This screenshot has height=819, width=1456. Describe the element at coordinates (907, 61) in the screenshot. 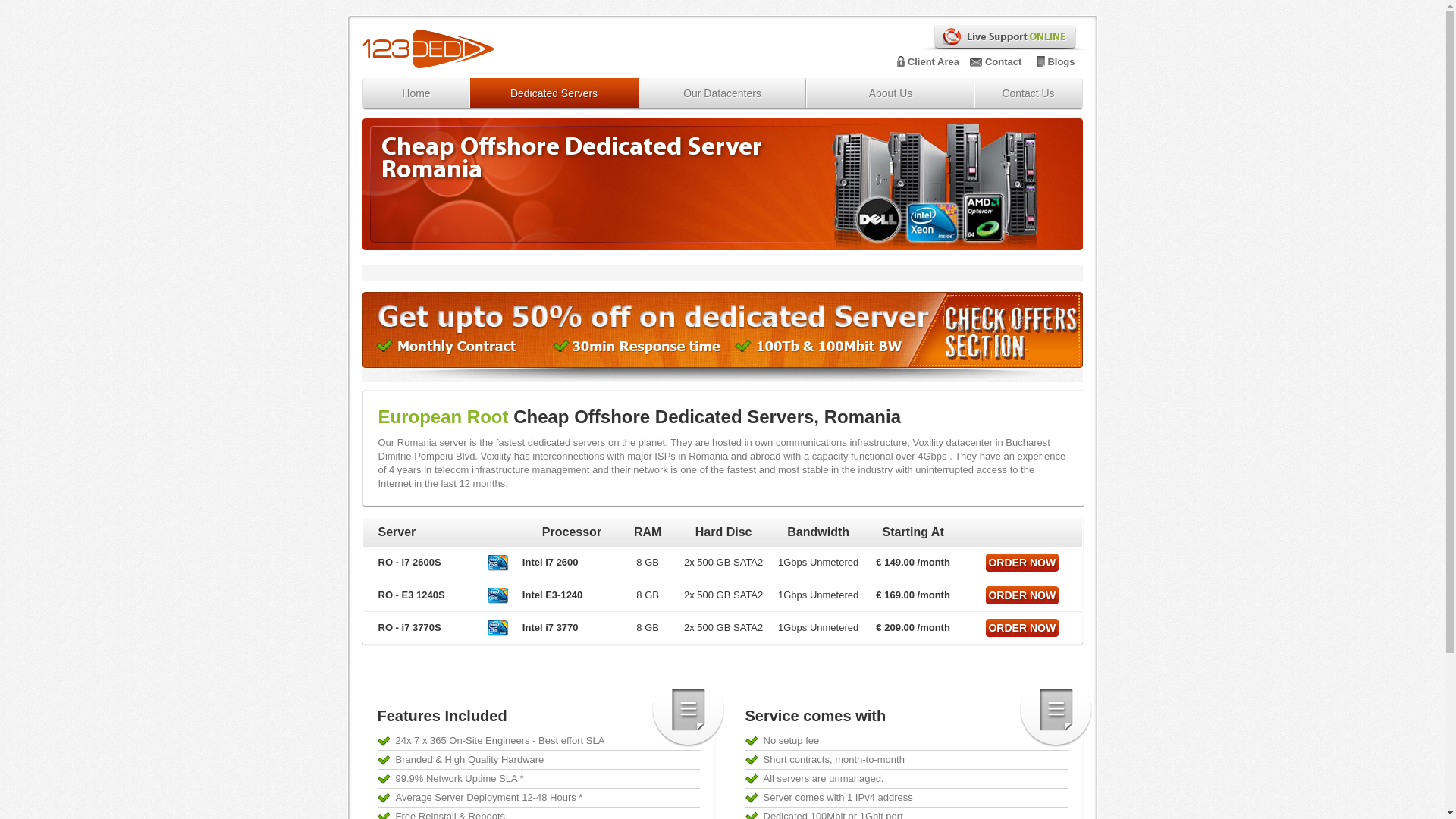

I see `'Client Area'` at that location.